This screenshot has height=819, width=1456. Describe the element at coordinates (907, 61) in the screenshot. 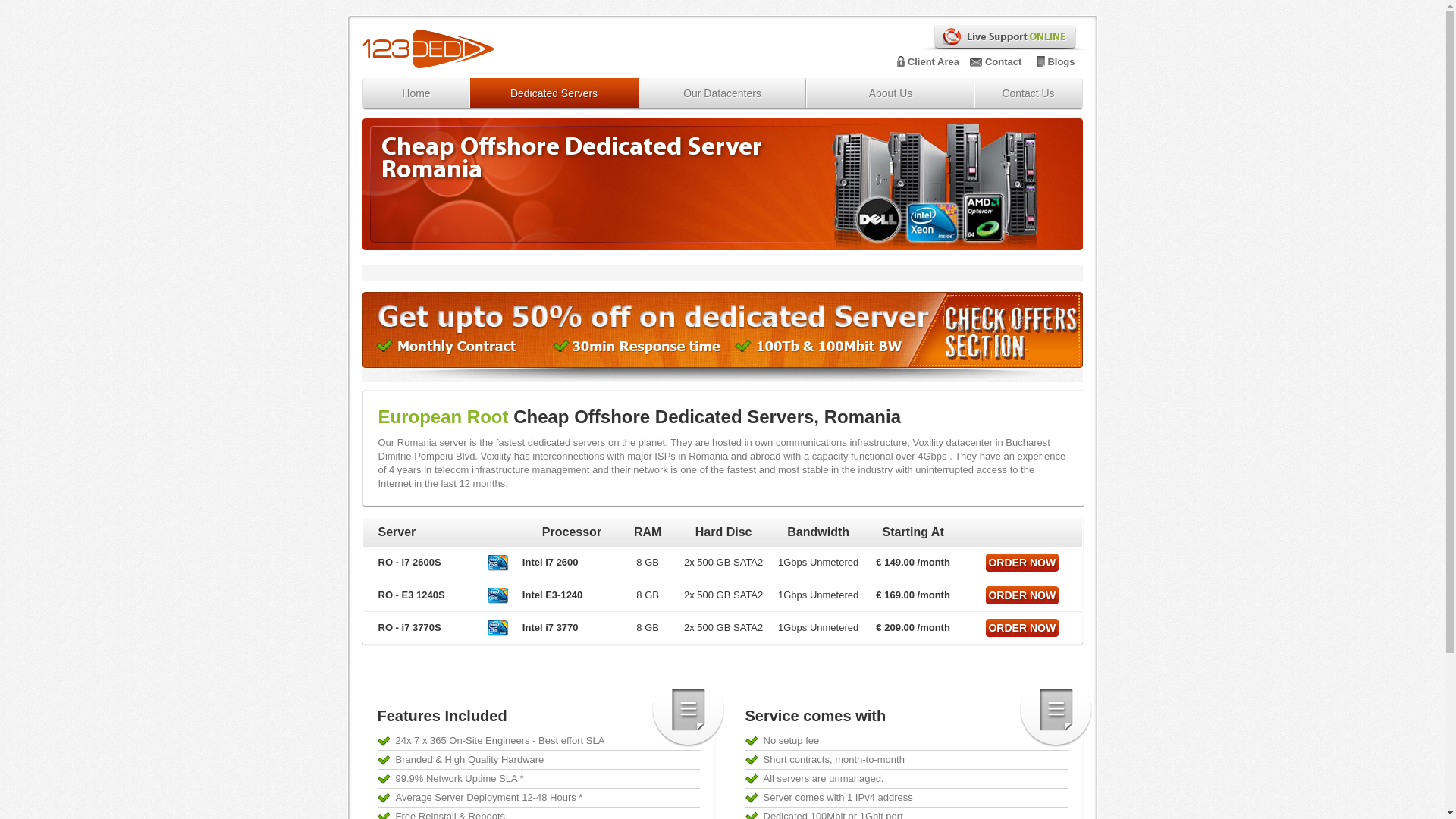

I see `'Client Area'` at that location.